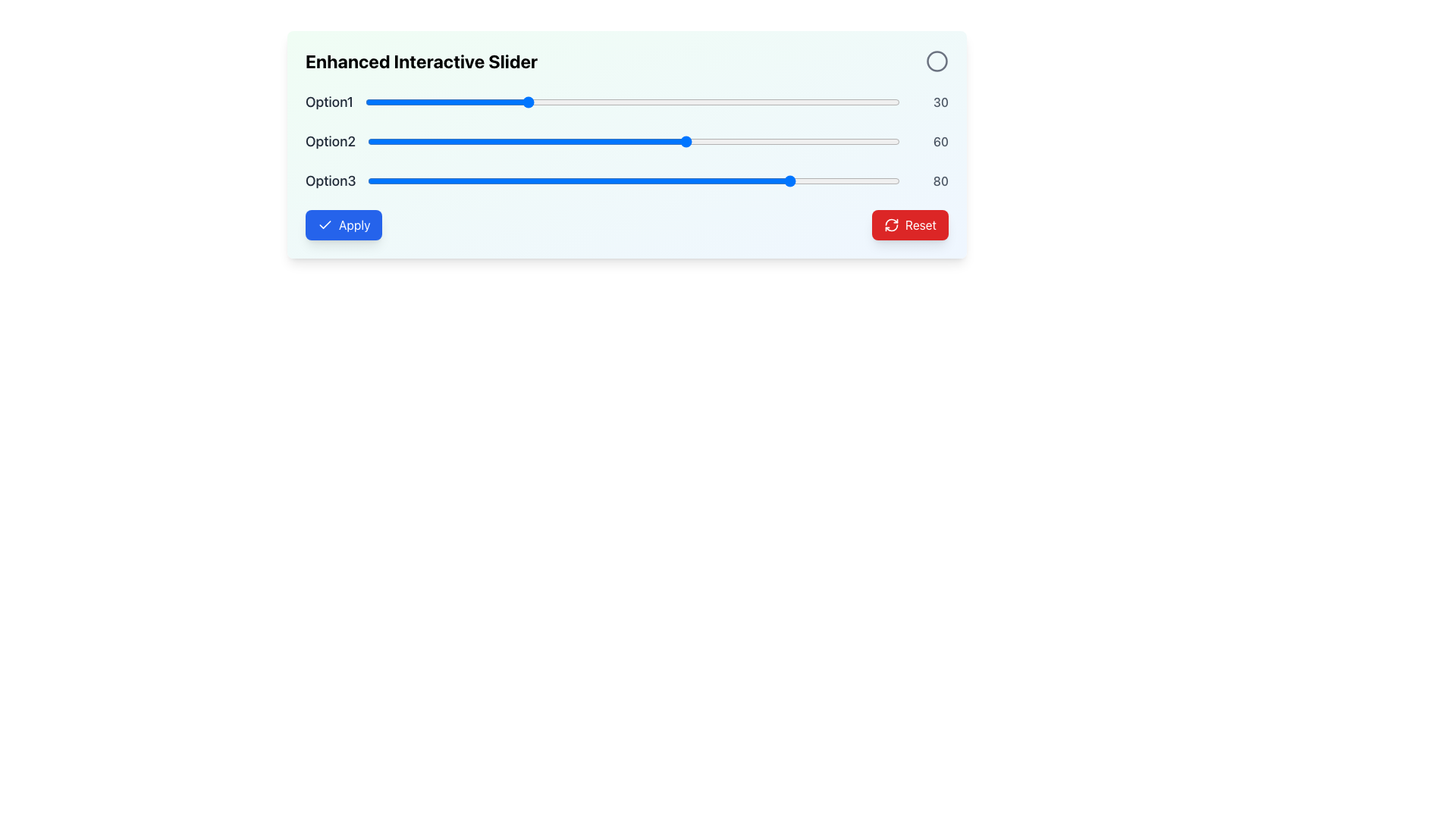 This screenshot has height=819, width=1456. What do you see at coordinates (353, 225) in the screenshot?
I see `the text 'Apply' within the blue button located at the lower-left part of the interface` at bounding box center [353, 225].